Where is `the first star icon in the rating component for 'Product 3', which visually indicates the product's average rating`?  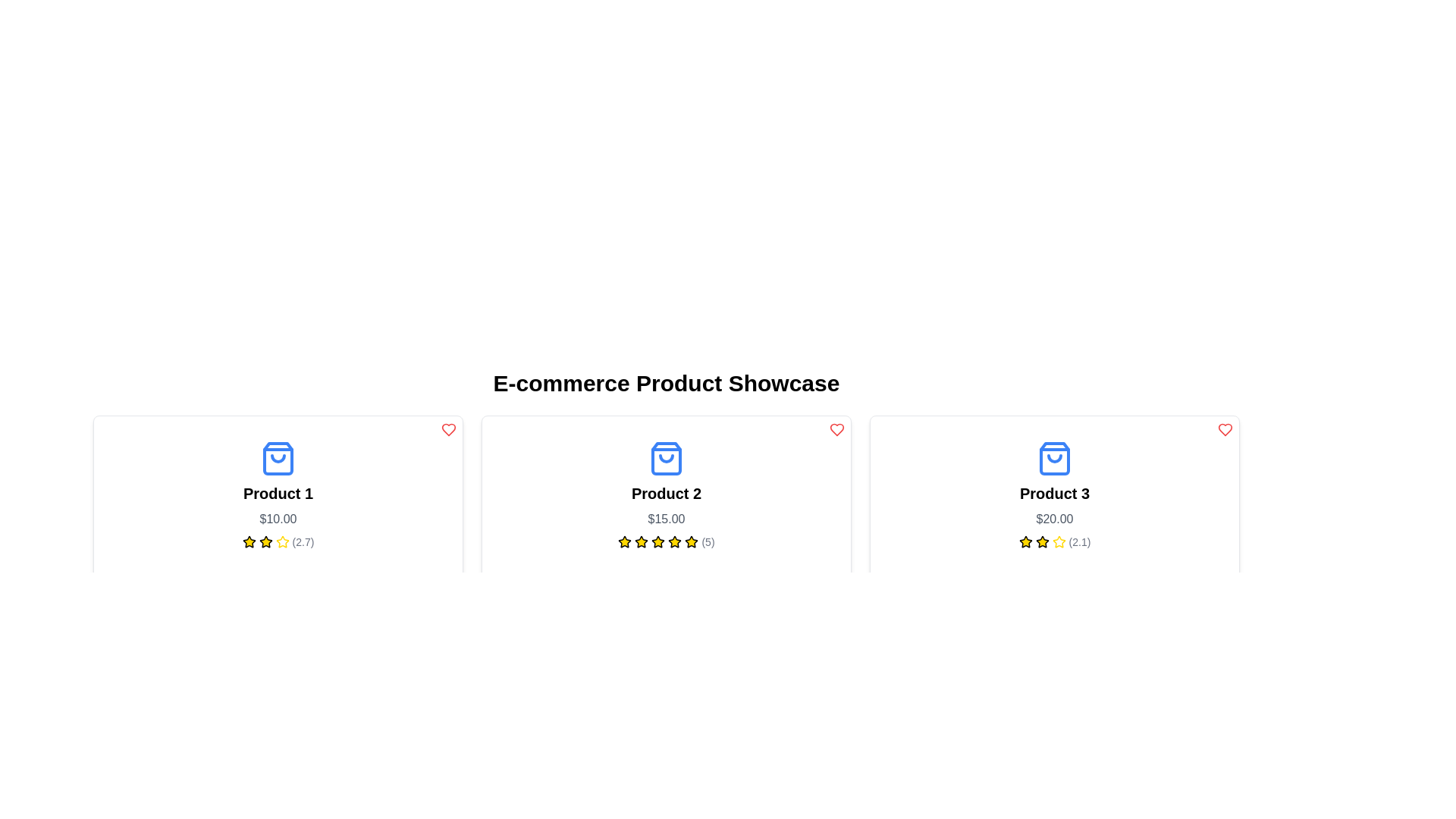 the first star icon in the rating component for 'Product 3', which visually indicates the product's average rating is located at coordinates (1025, 541).